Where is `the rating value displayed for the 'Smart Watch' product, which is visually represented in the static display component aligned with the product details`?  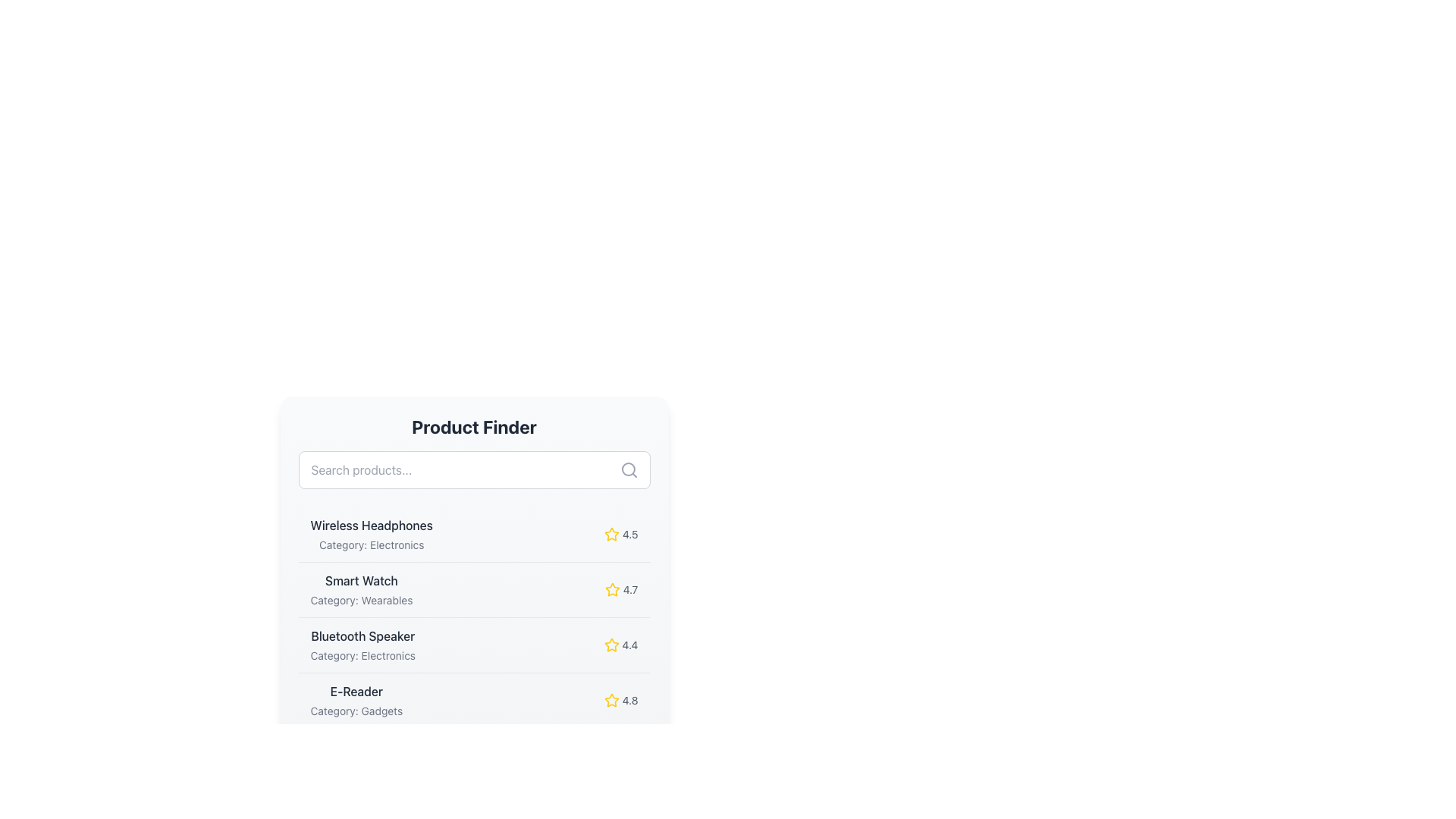 the rating value displayed for the 'Smart Watch' product, which is visually represented in the static display component aligned with the product details is located at coordinates (621, 589).